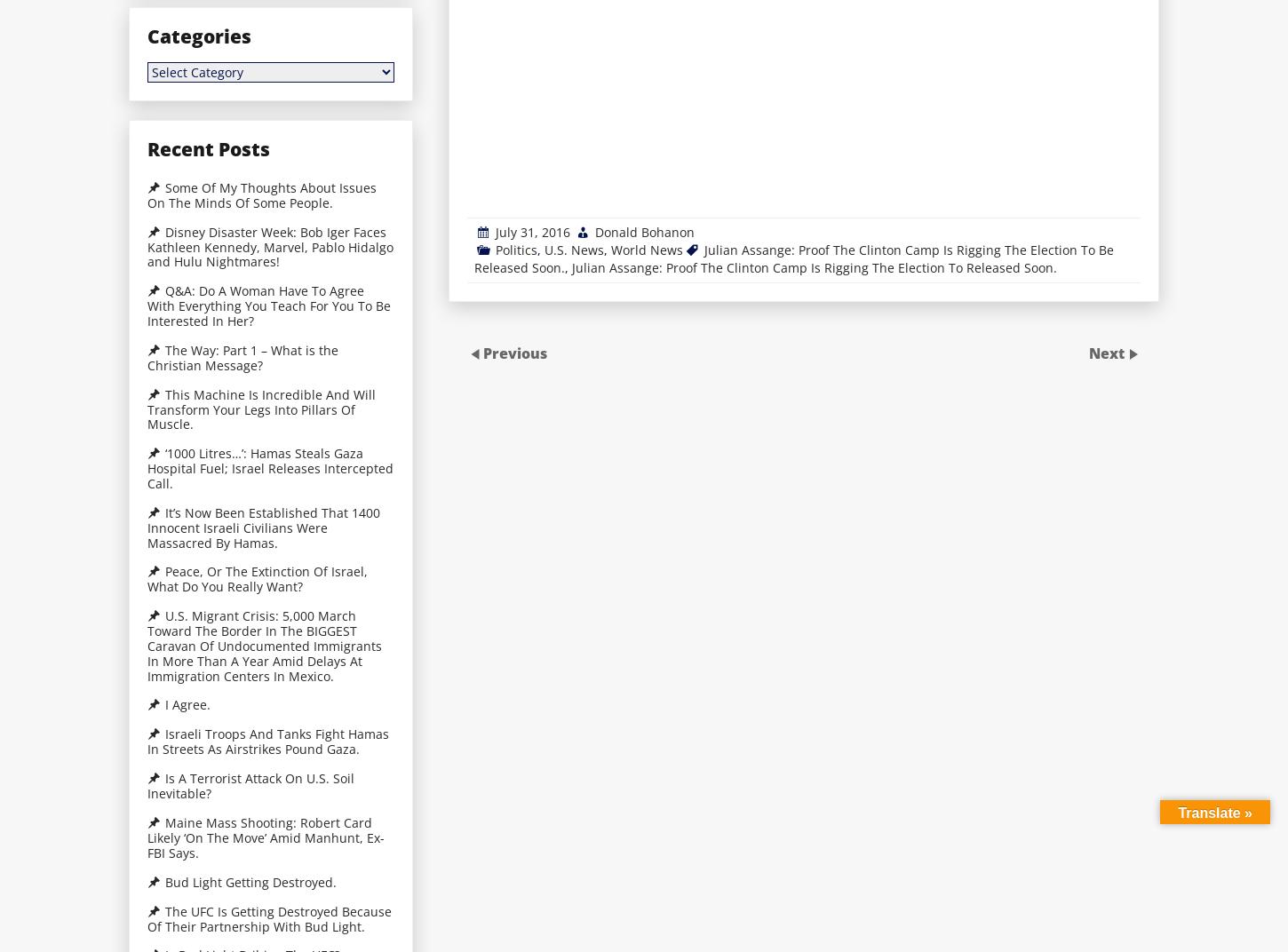 The width and height of the screenshot is (1288, 952). What do you see at coordinates (261, 194) in the screenshot?
I see `'Some Of My Thoughts About Issues On The Minds Of Some People.'` at bounding box center [261, 194].